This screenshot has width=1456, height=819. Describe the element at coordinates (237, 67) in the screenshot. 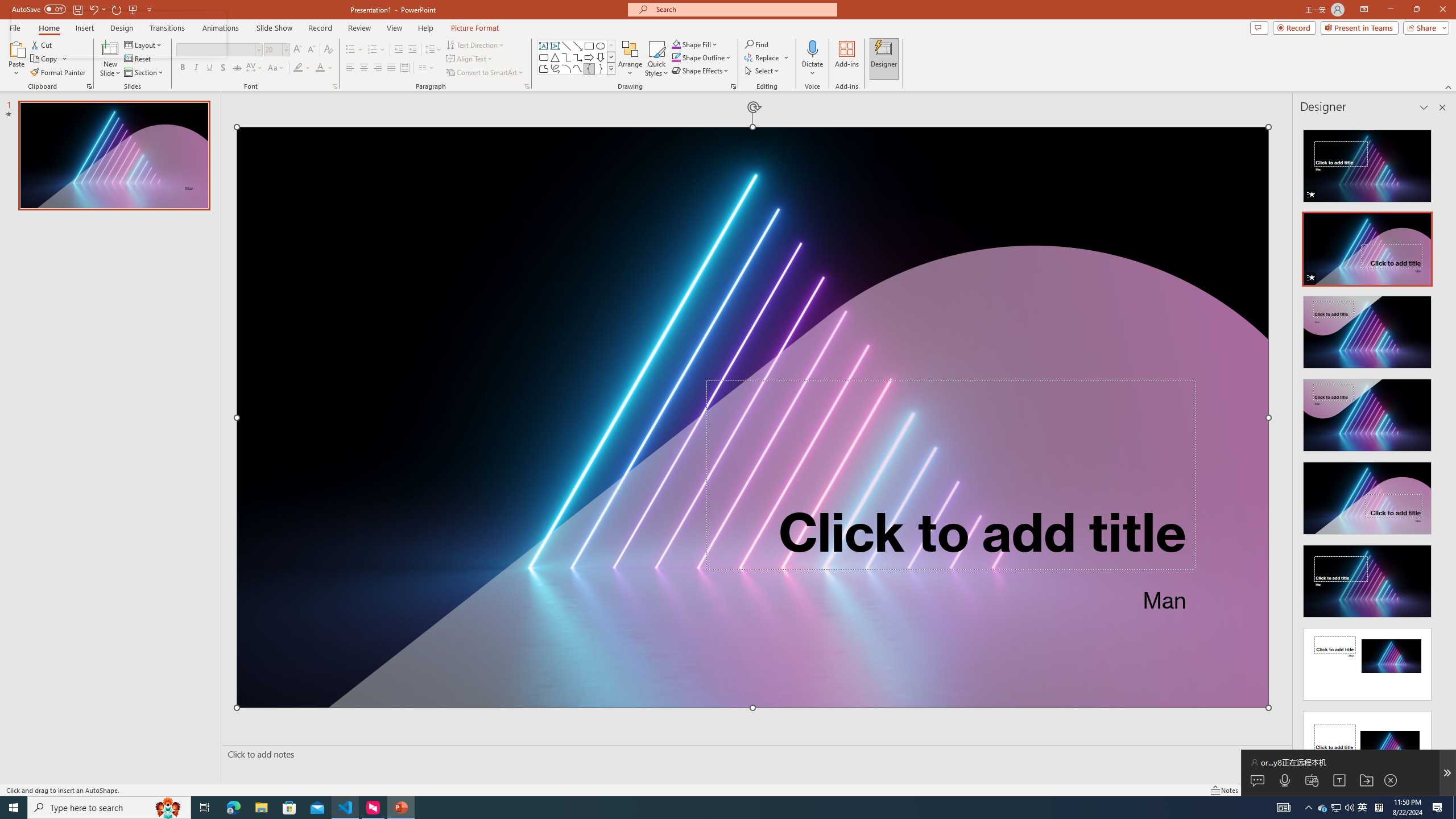

I see `'Strikethrough'` at that location.